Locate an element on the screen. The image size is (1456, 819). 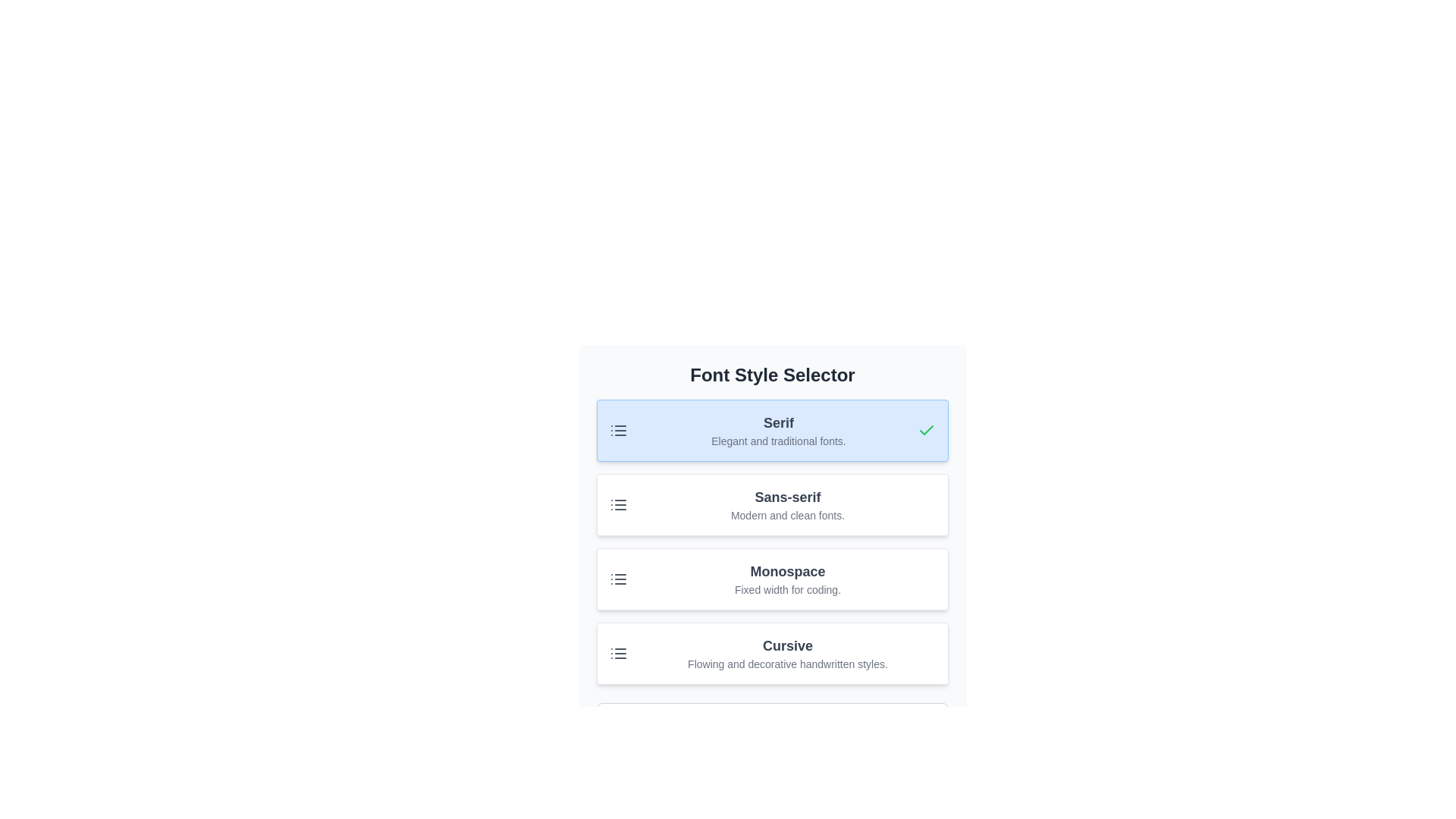
the green checkmark icon located in the top-right corner of the 'Serif' option card, which indicates a positive or selected state is located at coordinates (926, 430).